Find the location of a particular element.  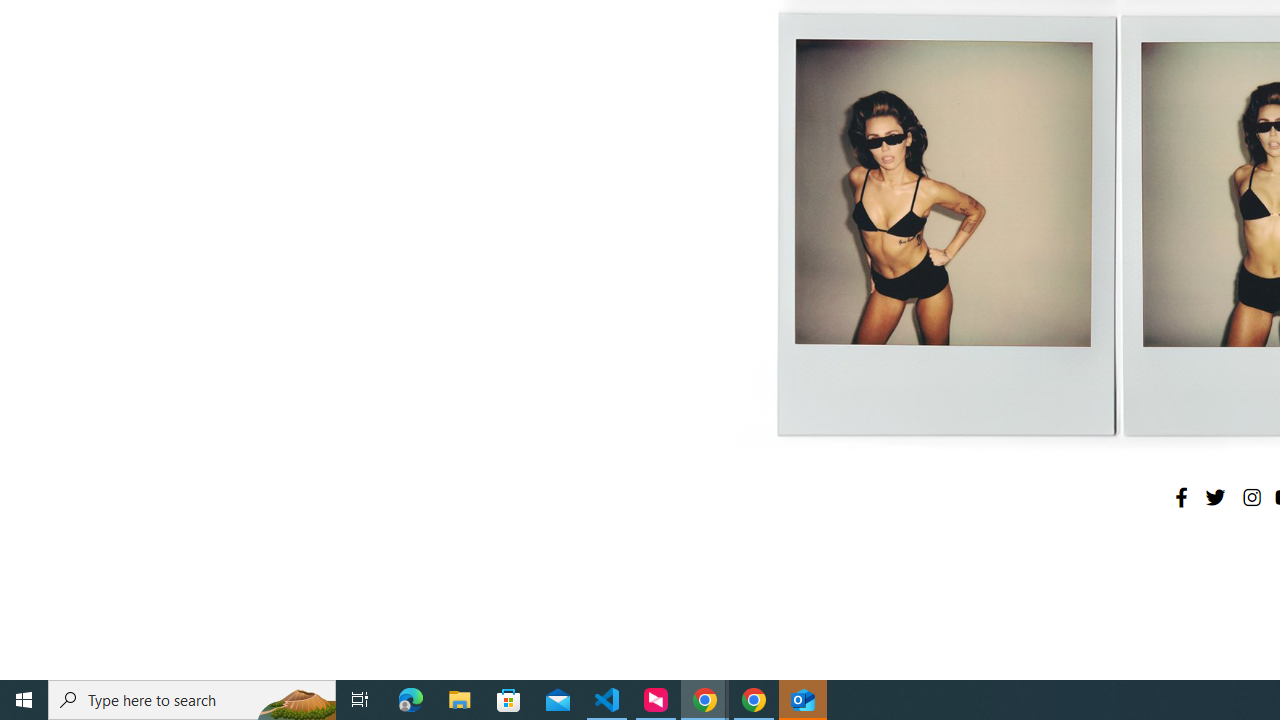

'Facebook' is located at coordinates (1181, 496).